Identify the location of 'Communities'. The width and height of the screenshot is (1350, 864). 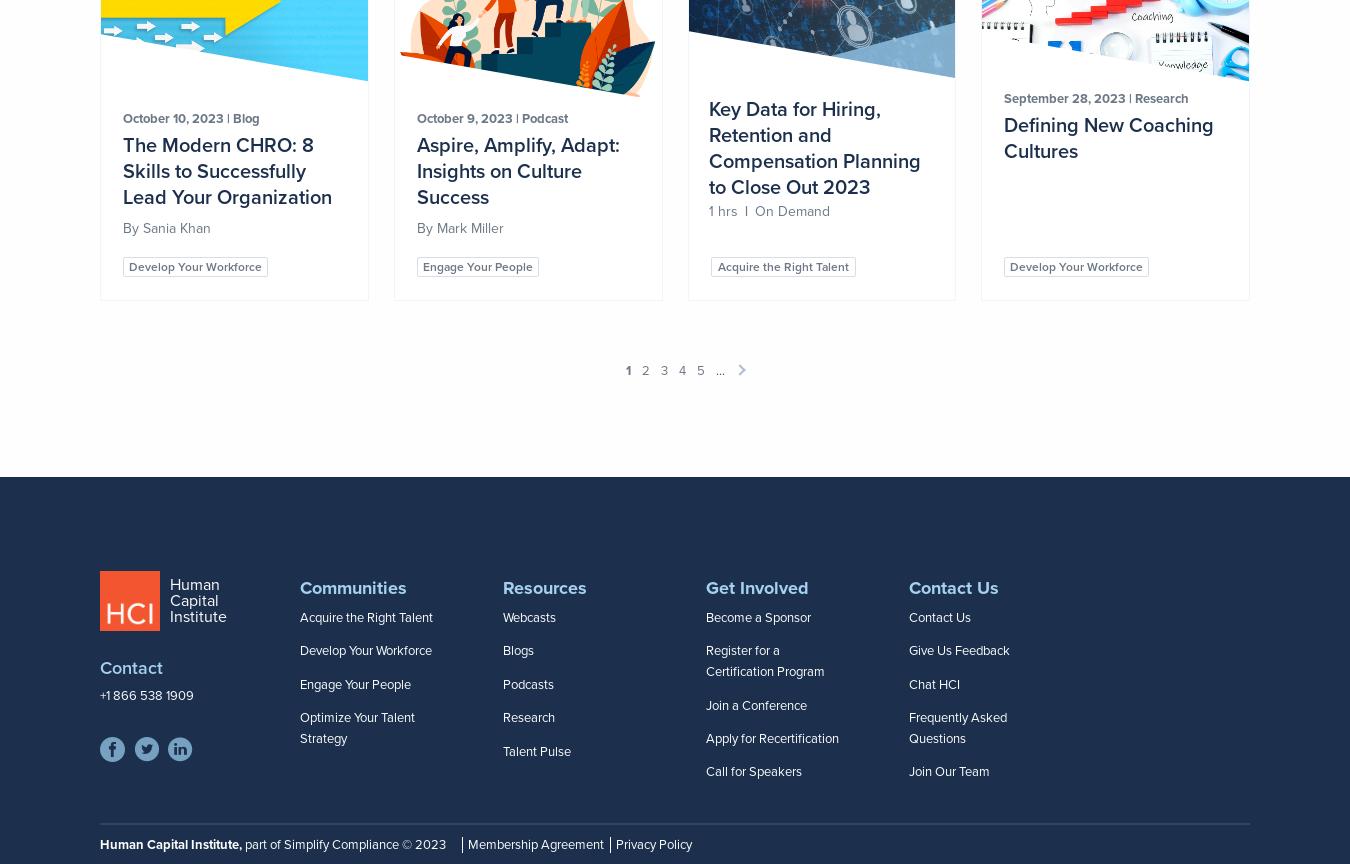
(353, 586).